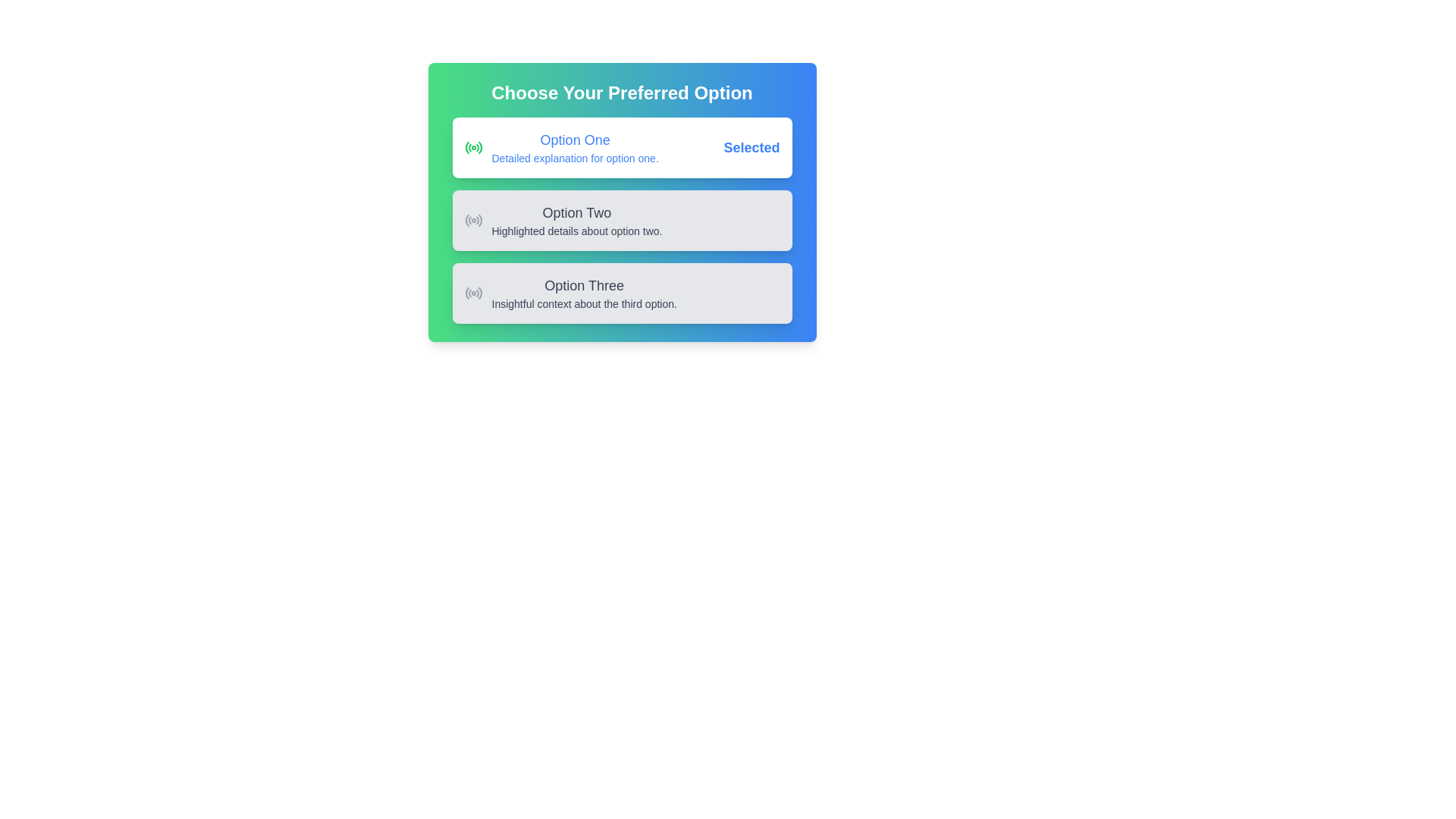 This screenshot has width=1456, height=819. I want to click on the gray circular radio button icon located to the left of the text 'Option Two', so click(472, 220).